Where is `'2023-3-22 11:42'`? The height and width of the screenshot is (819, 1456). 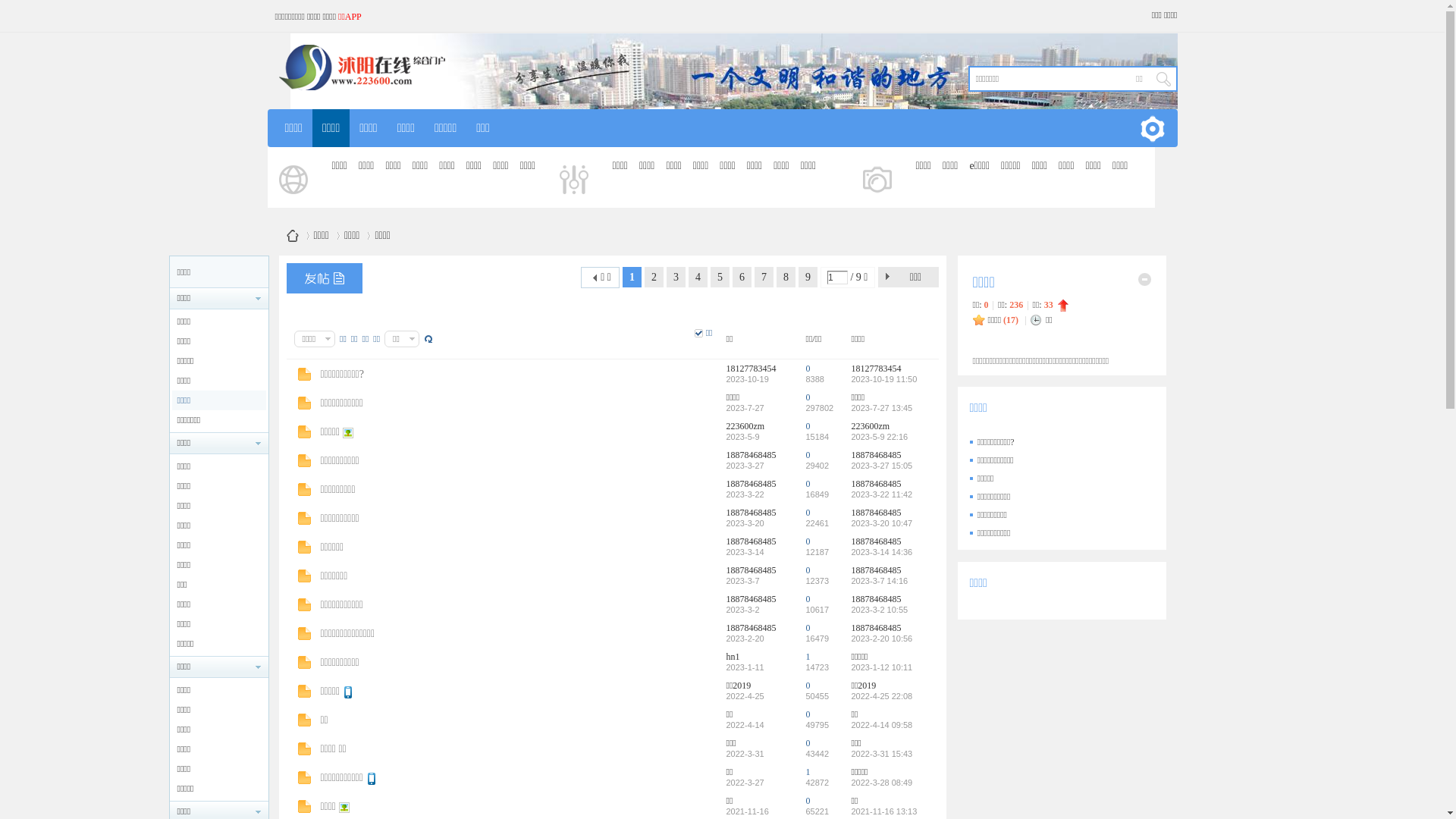
'2023-3-22 11:42' is located at coordinates (851, 494).